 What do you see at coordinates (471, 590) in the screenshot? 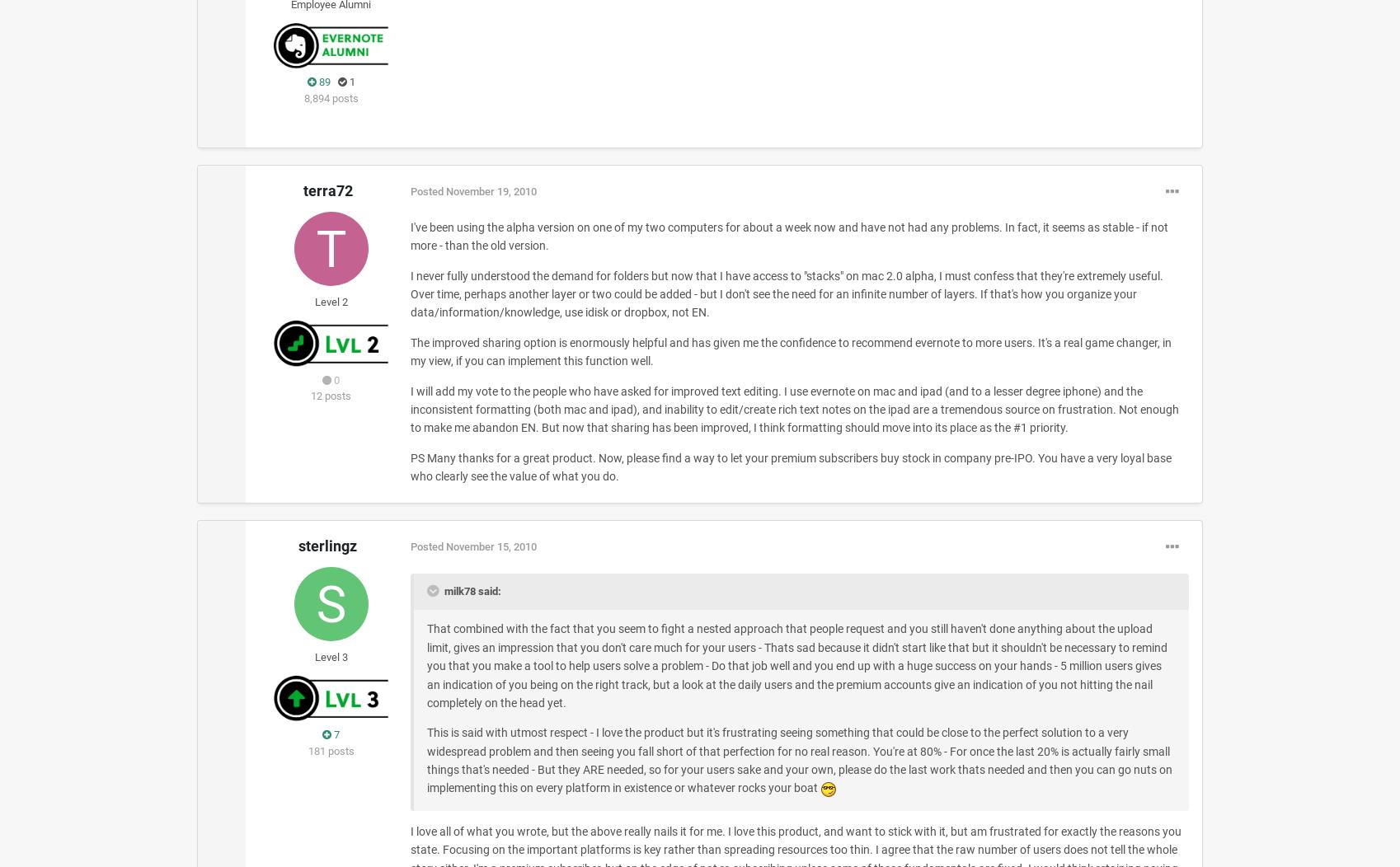
I see `'milk78 said:'` at bounding box center [471, 590].